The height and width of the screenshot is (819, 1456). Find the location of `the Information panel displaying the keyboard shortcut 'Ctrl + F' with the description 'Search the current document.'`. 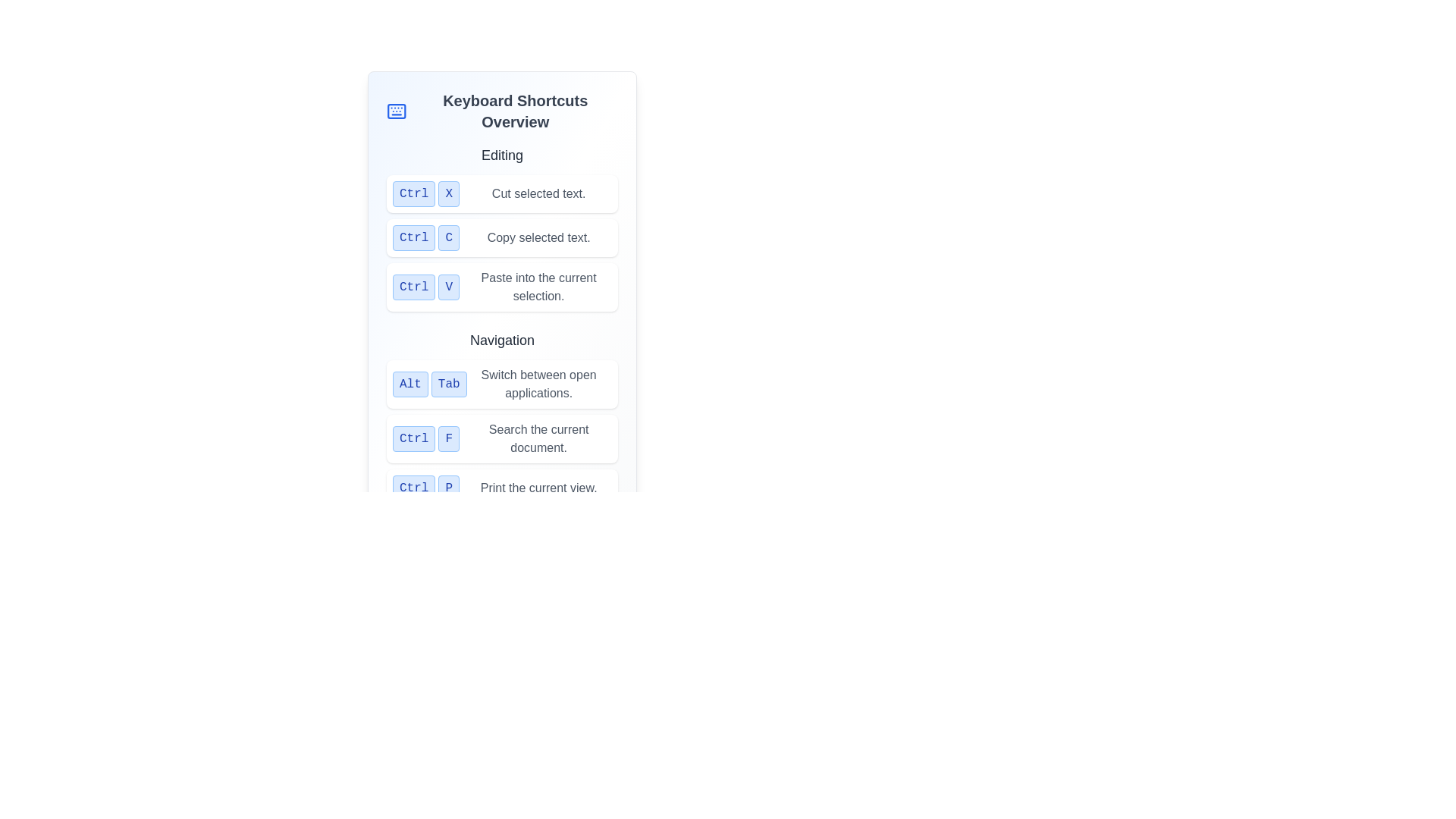

the Information panel displaying the keyboard shortcut 'Ctrl + F' with the description 'Search the current document.' is located at coordinates (502, 438).